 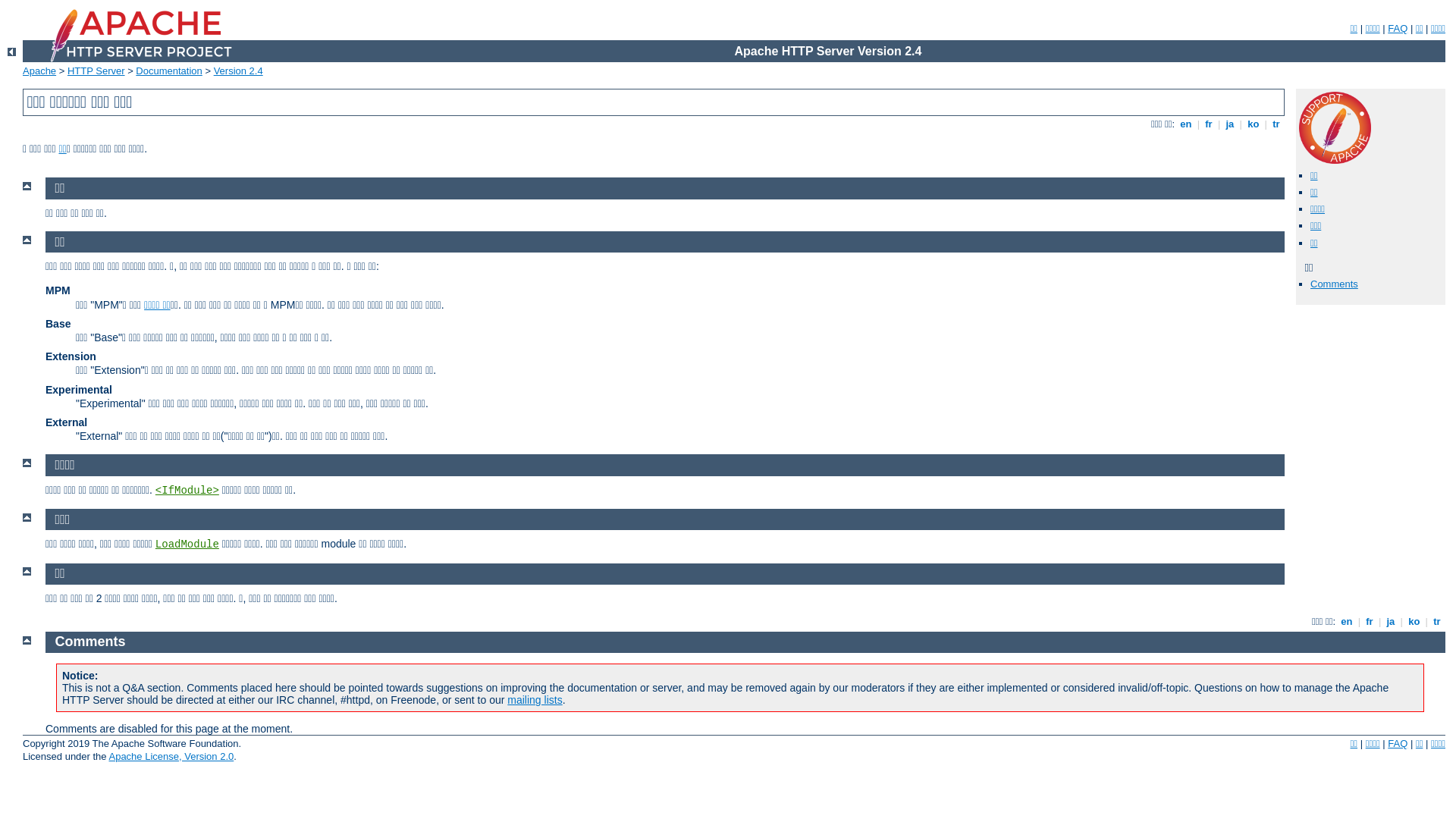 I want to click on ' ko ', so click(x=1414, y=621).